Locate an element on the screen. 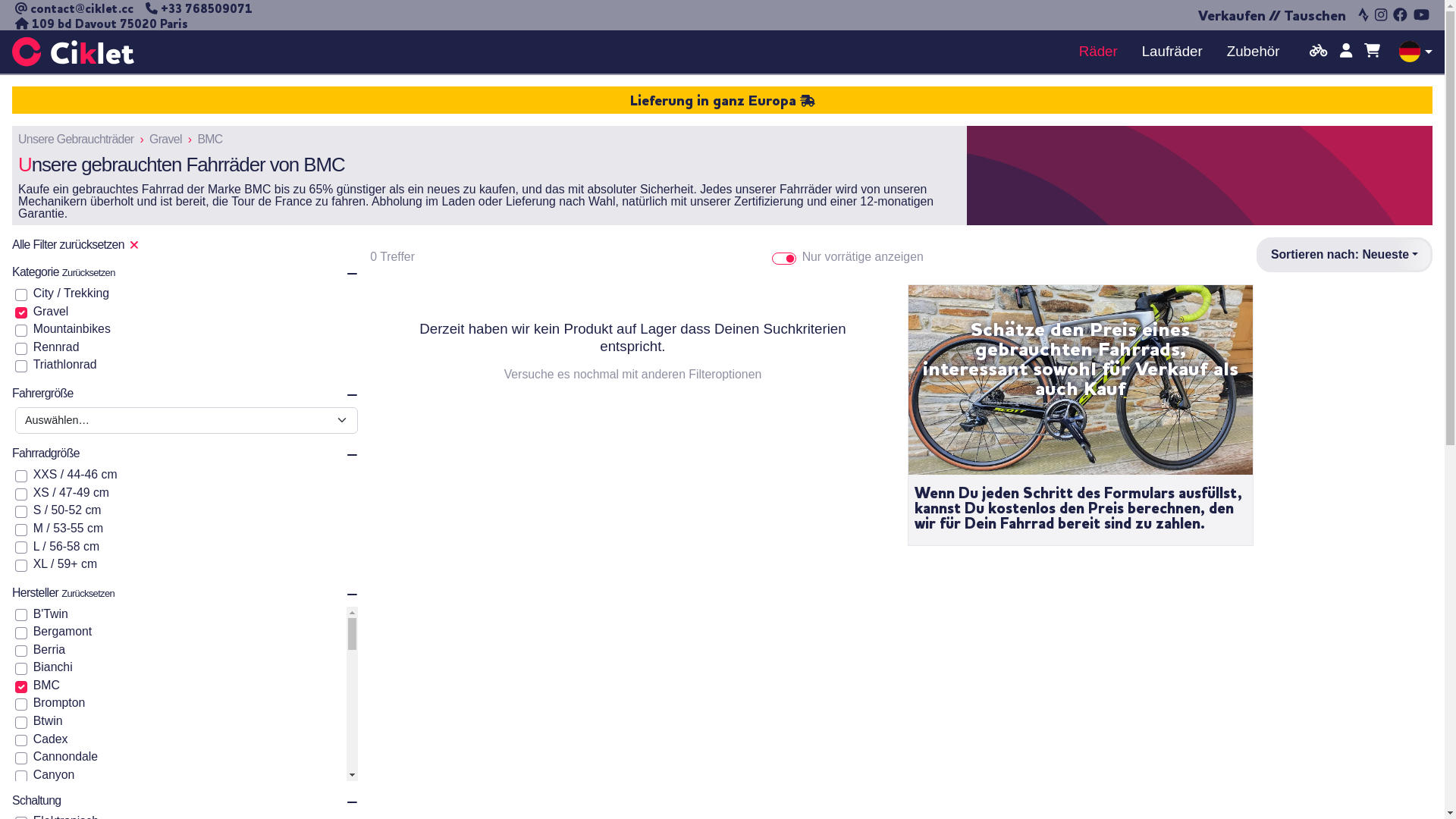 This screenshot has height=819, width=1456. 'Facebook' is located at coordinates (1399, 17).